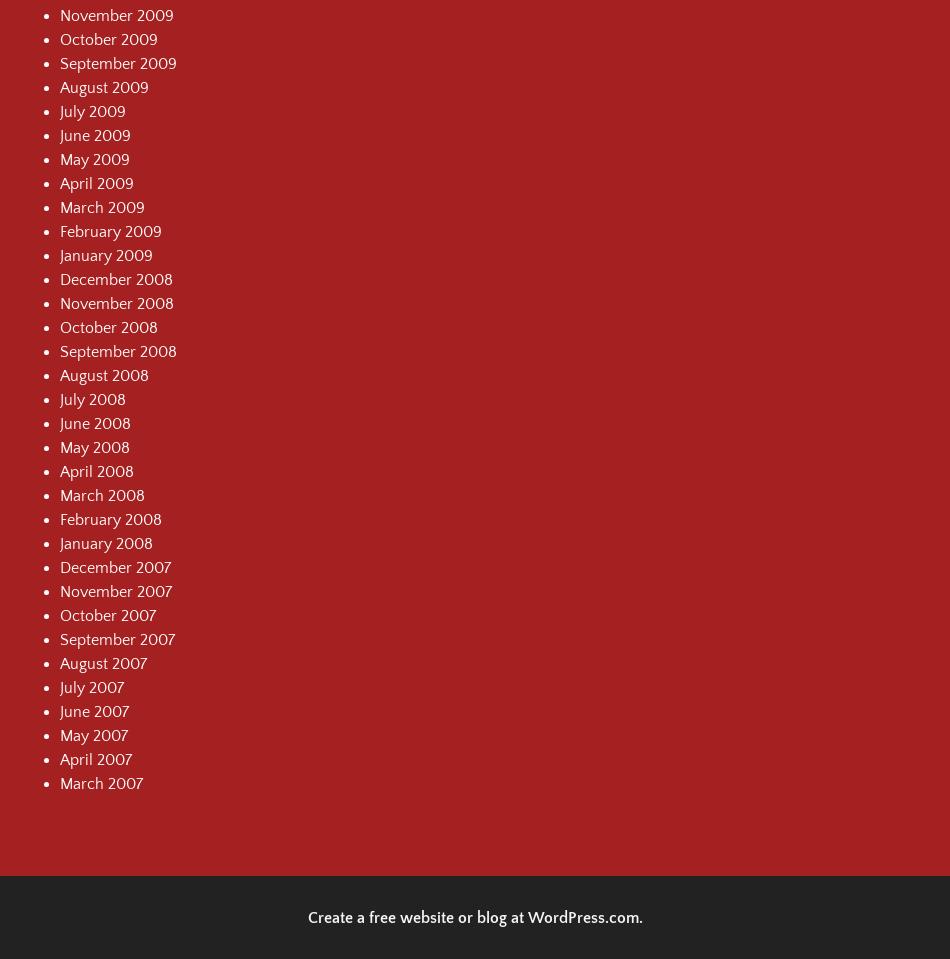 The width and height of the screenshot is (950, 959). What do you see at coordinates (104, 374) in the screenshot?
I see `'August 2008'` at bounding box center [104, 374].